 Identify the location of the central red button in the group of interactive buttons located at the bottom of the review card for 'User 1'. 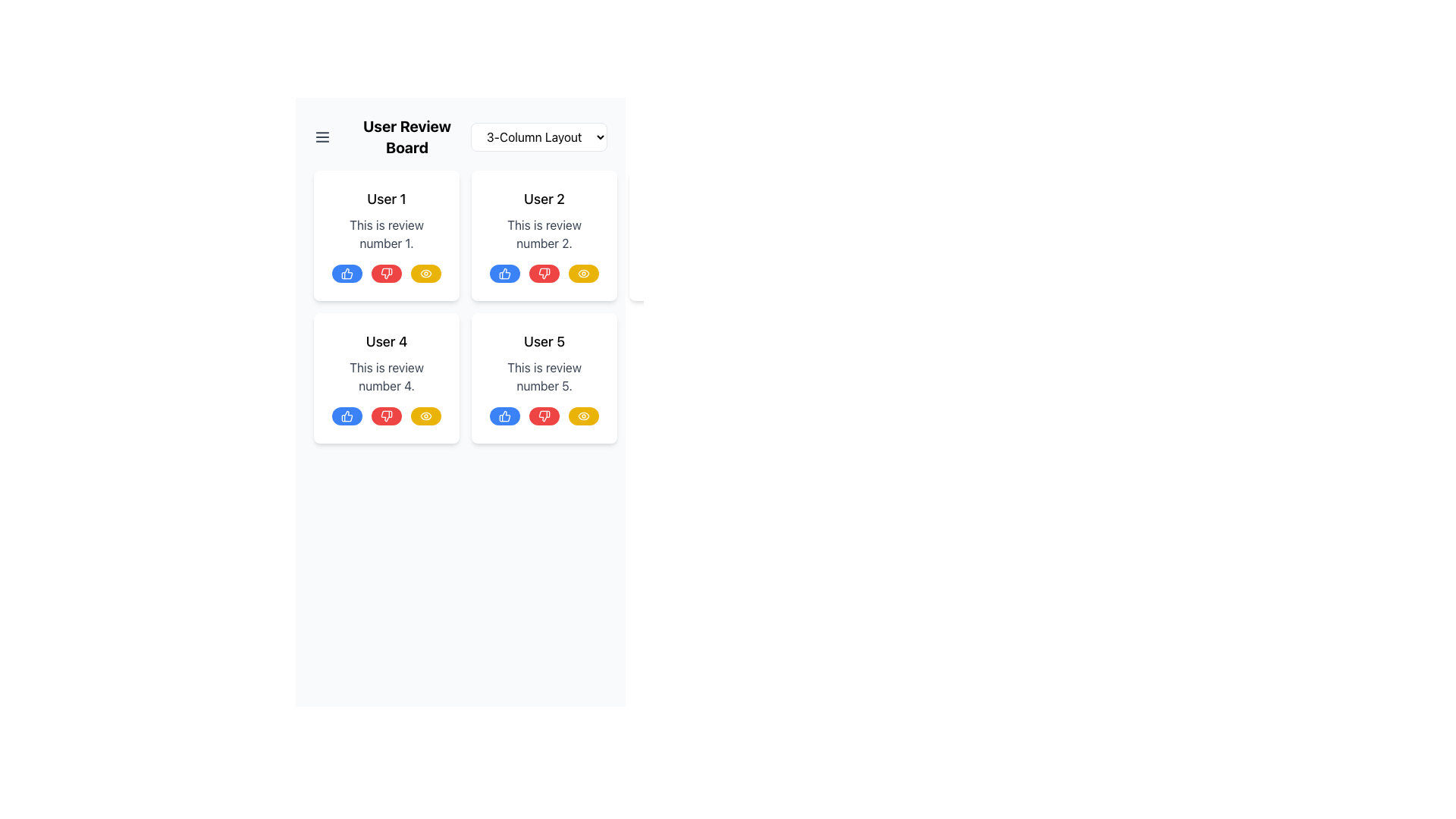
(386, 274).